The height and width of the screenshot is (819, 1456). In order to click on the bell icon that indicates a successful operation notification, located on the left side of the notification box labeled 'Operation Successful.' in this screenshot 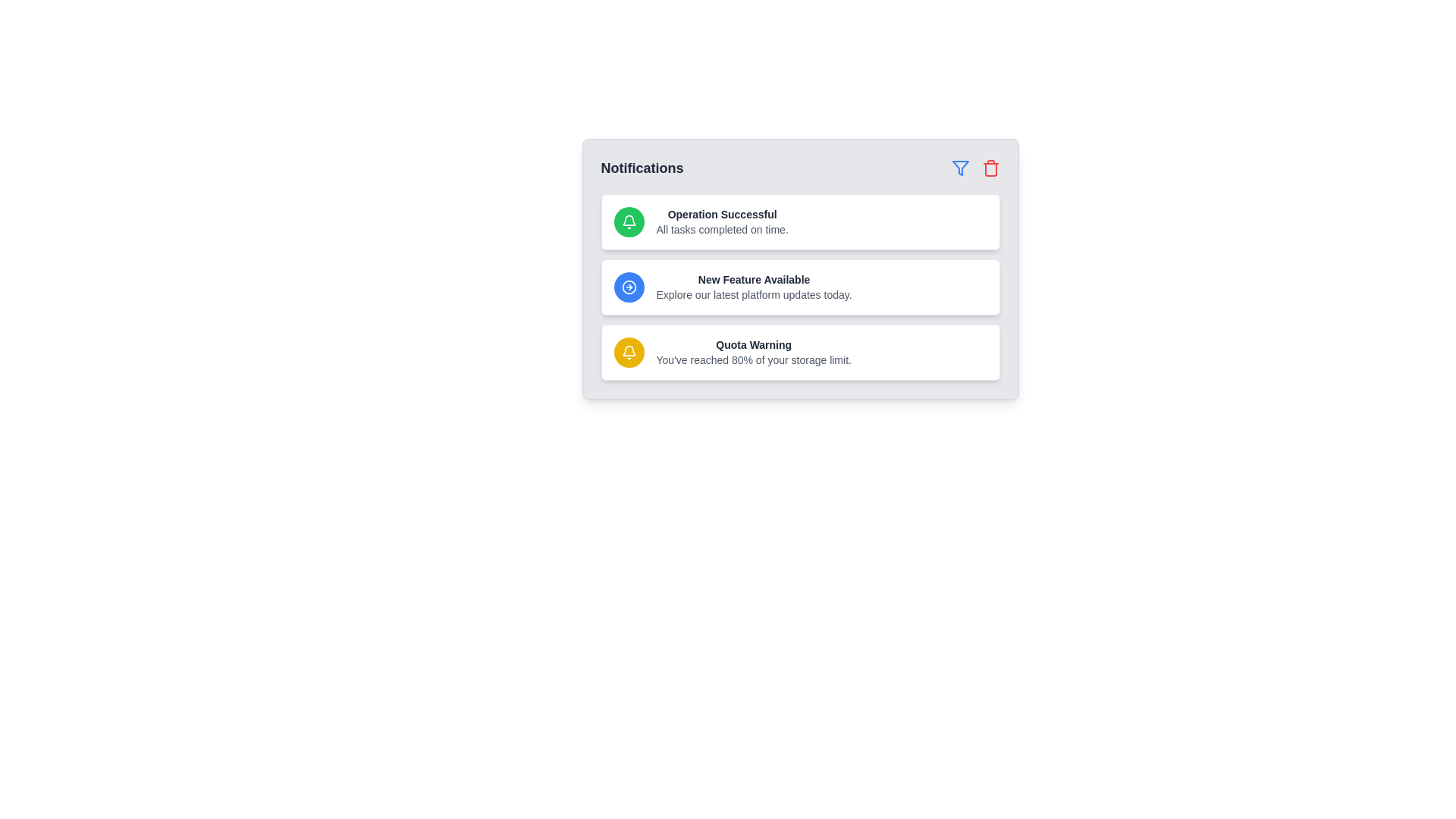, I will do `click(629, 222)`.